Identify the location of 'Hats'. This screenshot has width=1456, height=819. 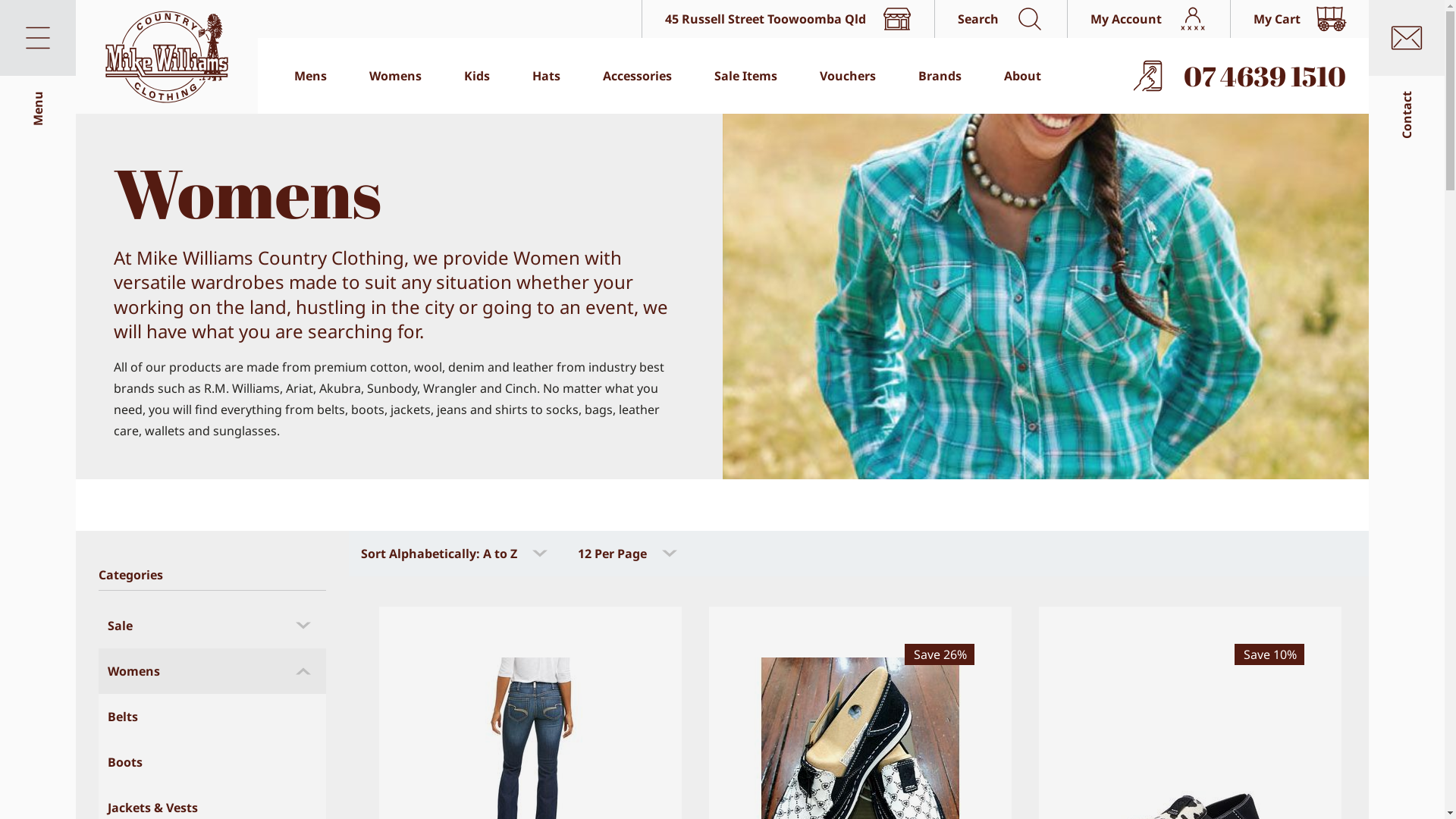
(546, 76).